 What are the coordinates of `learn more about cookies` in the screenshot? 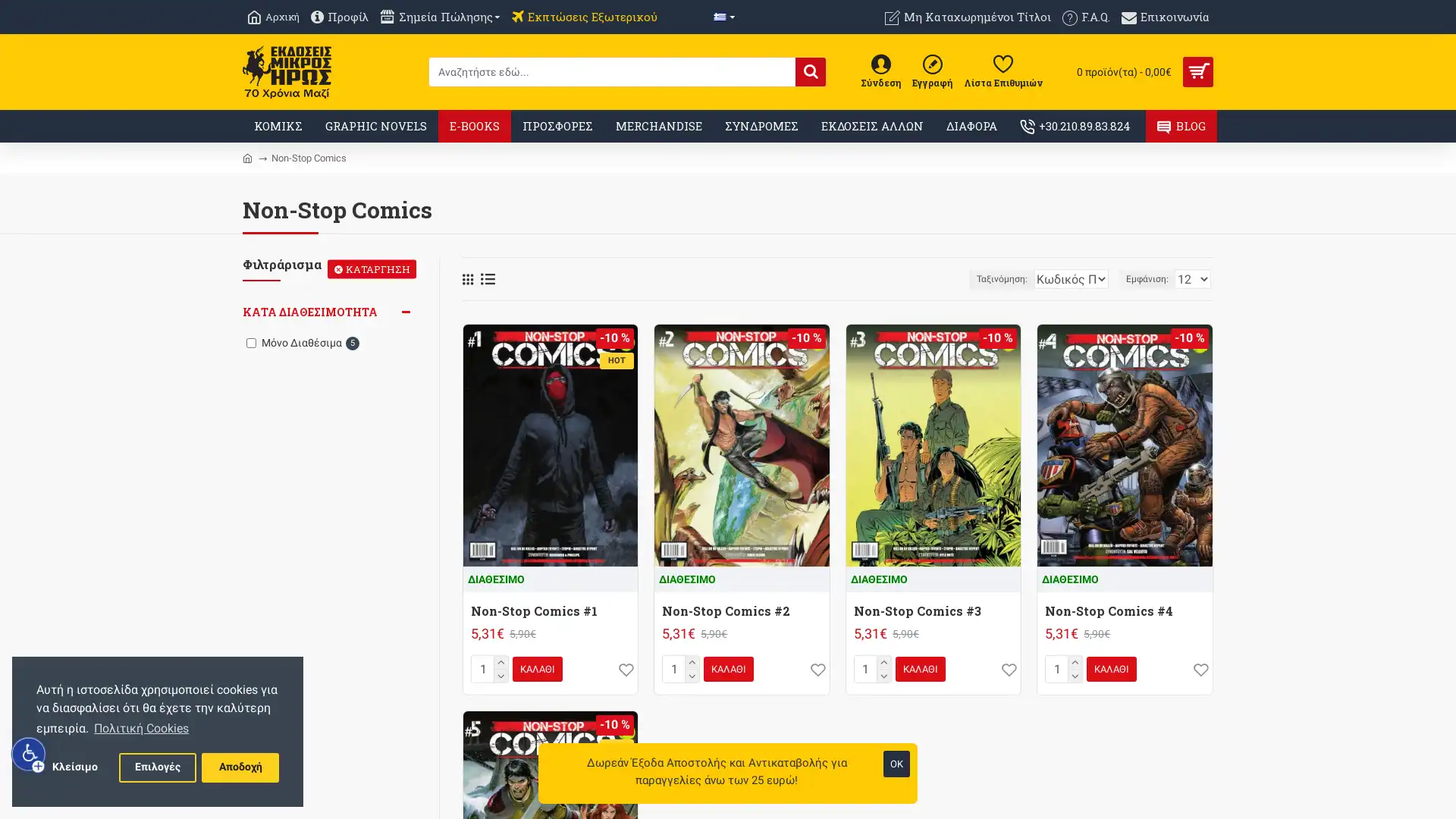 It's located at (141, 727).